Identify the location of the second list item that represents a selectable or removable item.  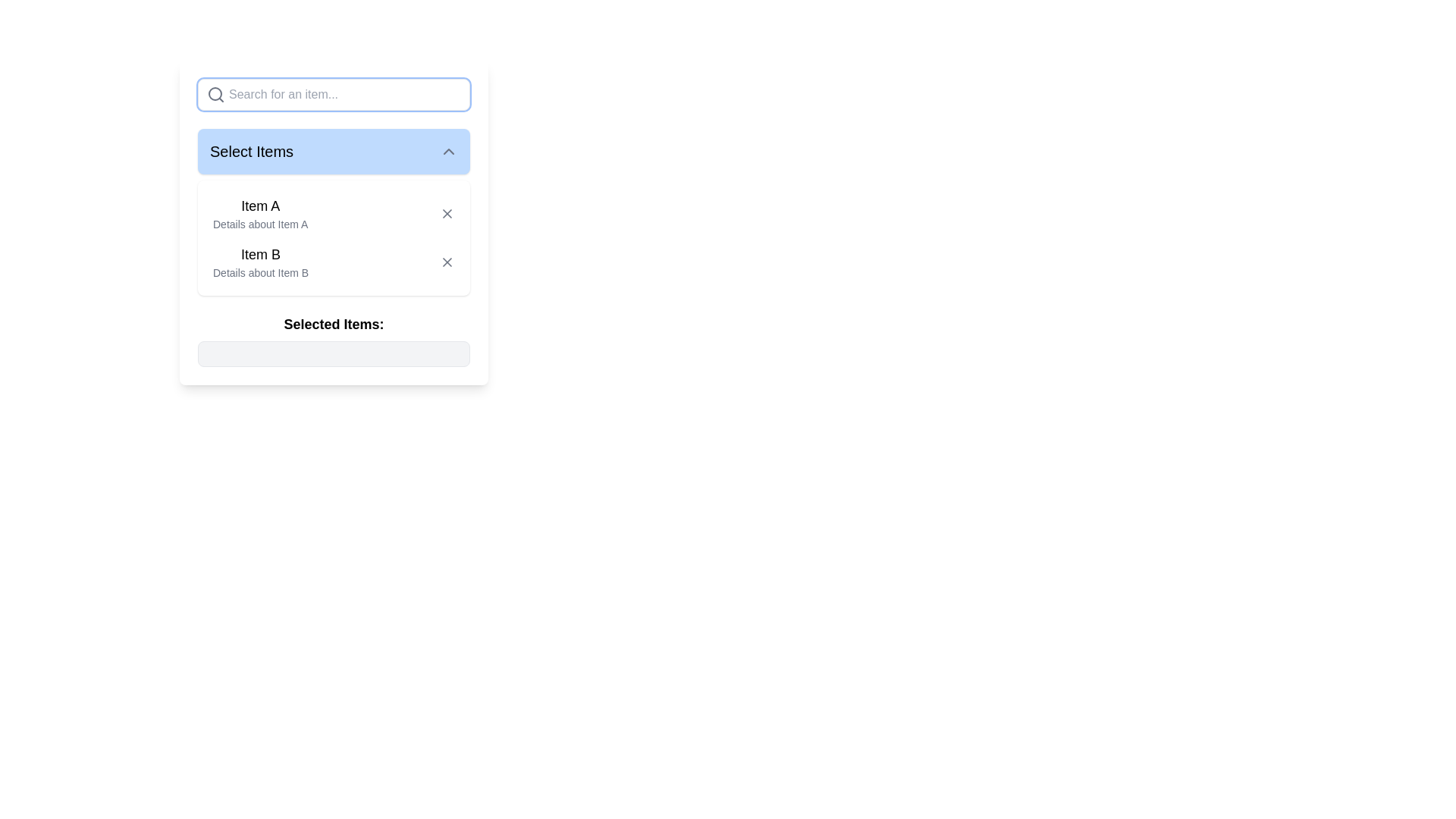
(333, 262).